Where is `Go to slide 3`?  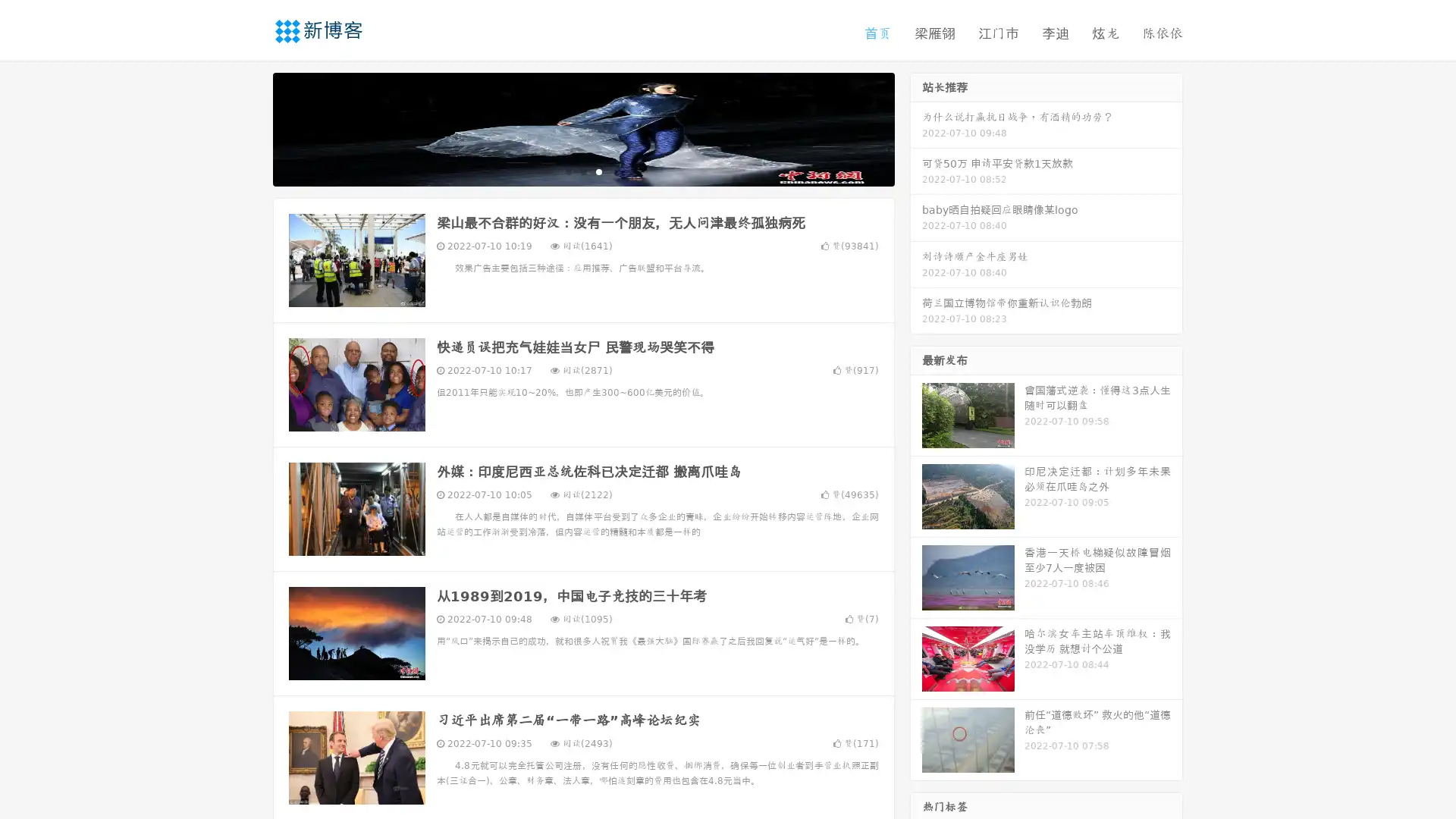 Go to slide 3 is located at coordinates (598, 171).